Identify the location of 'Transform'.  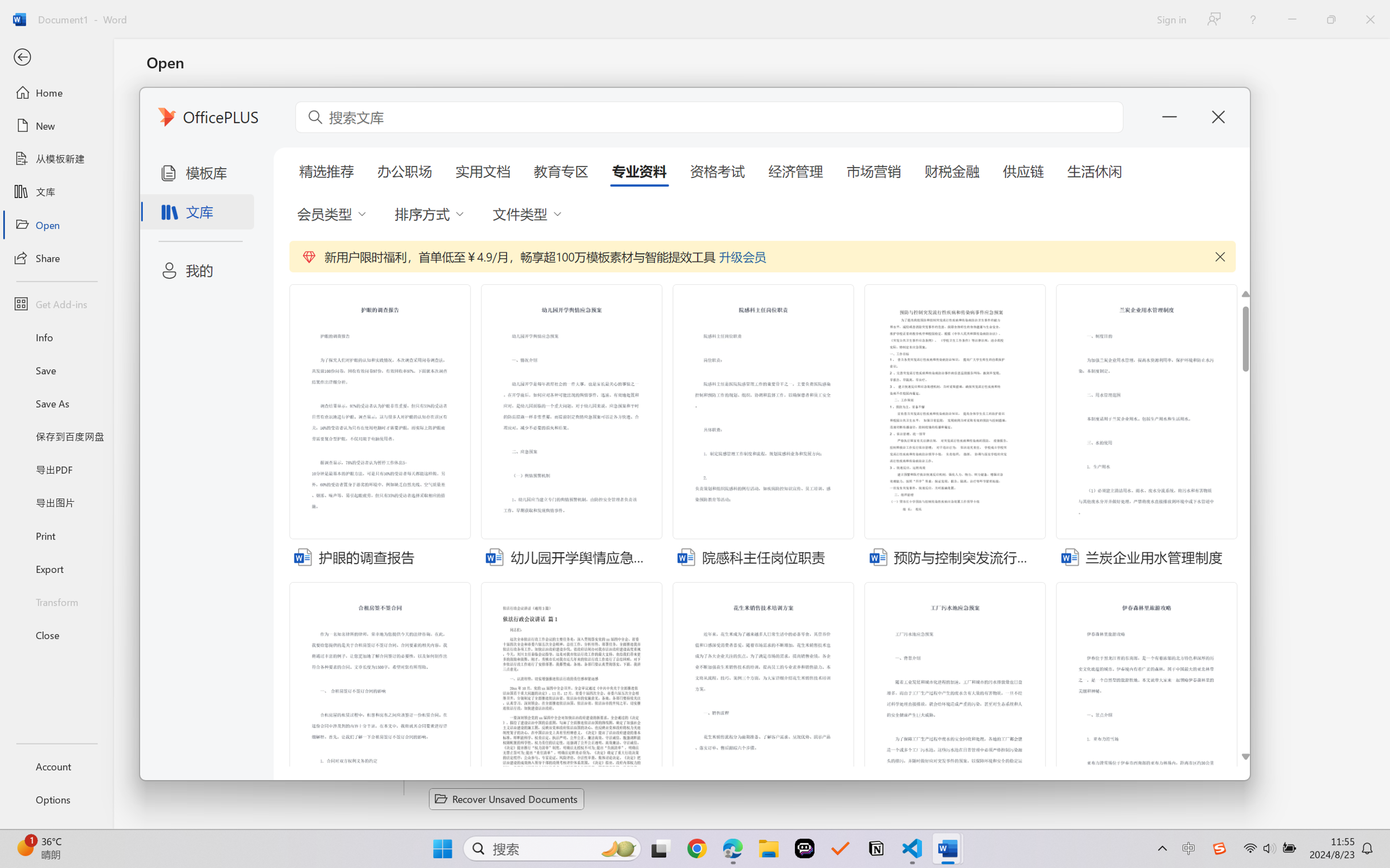
(56, 600).